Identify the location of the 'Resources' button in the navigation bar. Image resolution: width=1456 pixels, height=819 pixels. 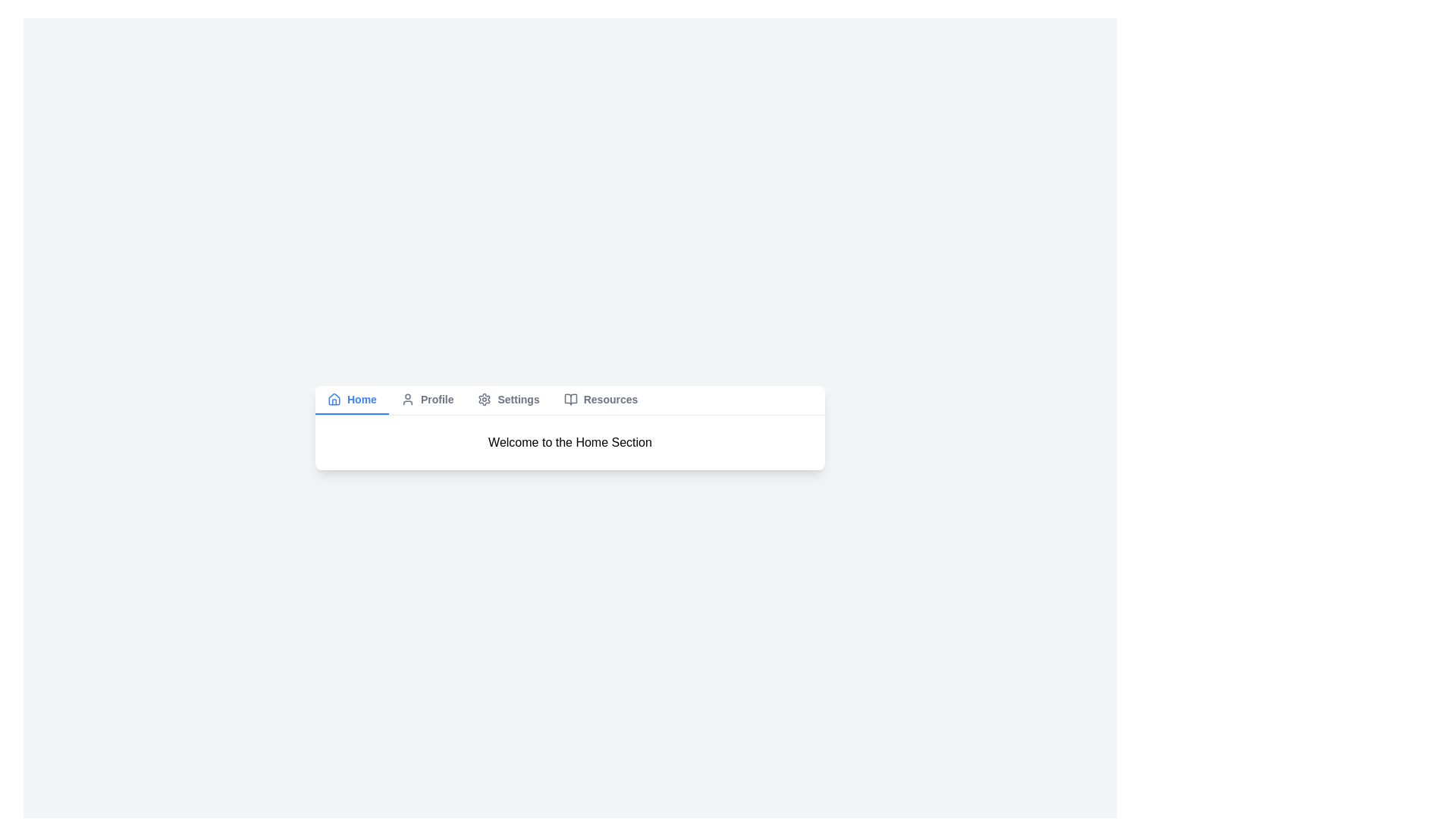
(600, 399).